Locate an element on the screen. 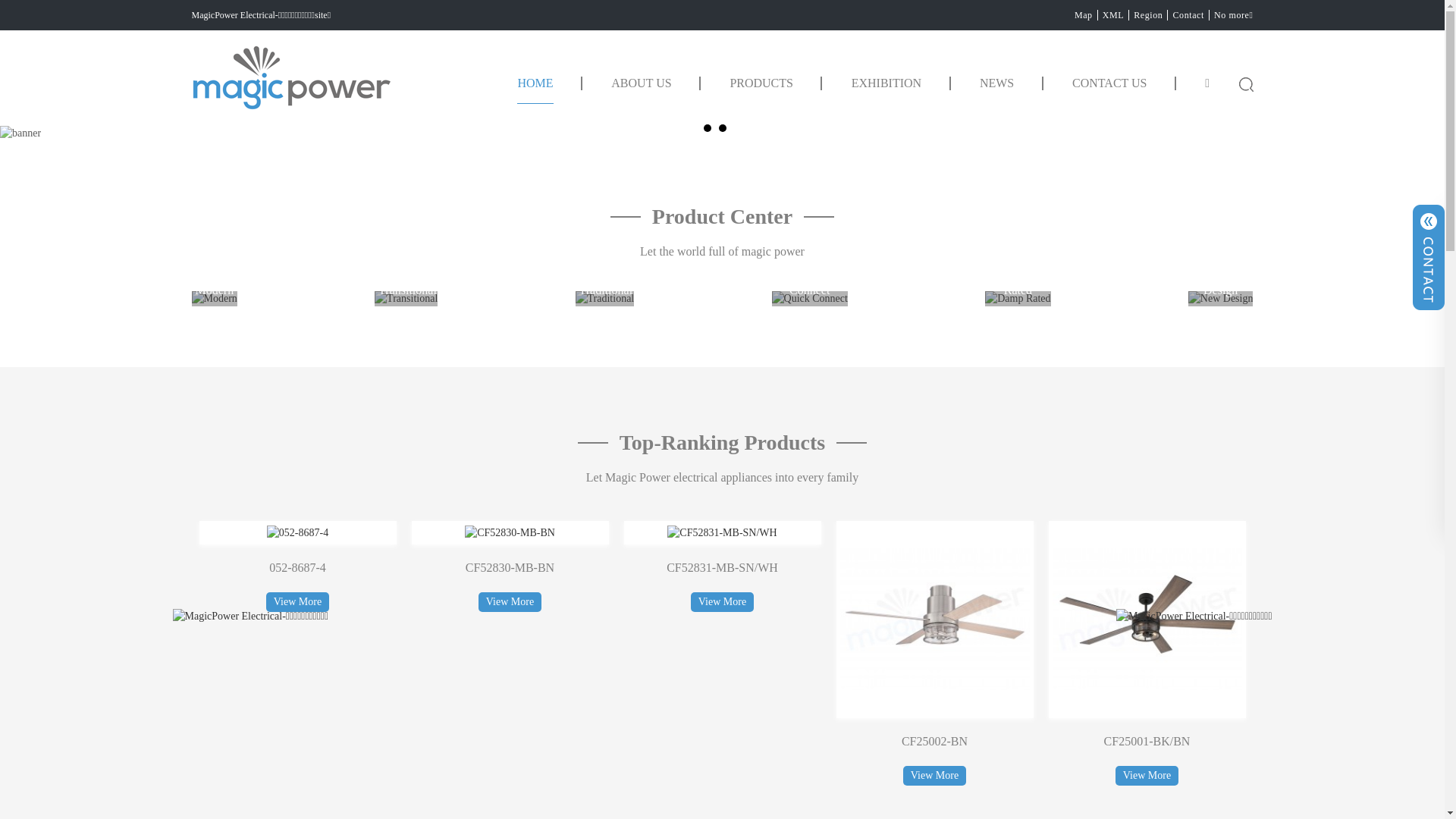 This screenshot has width=1456, height=819. 'Traditional' is located at coordinates (604, 299).